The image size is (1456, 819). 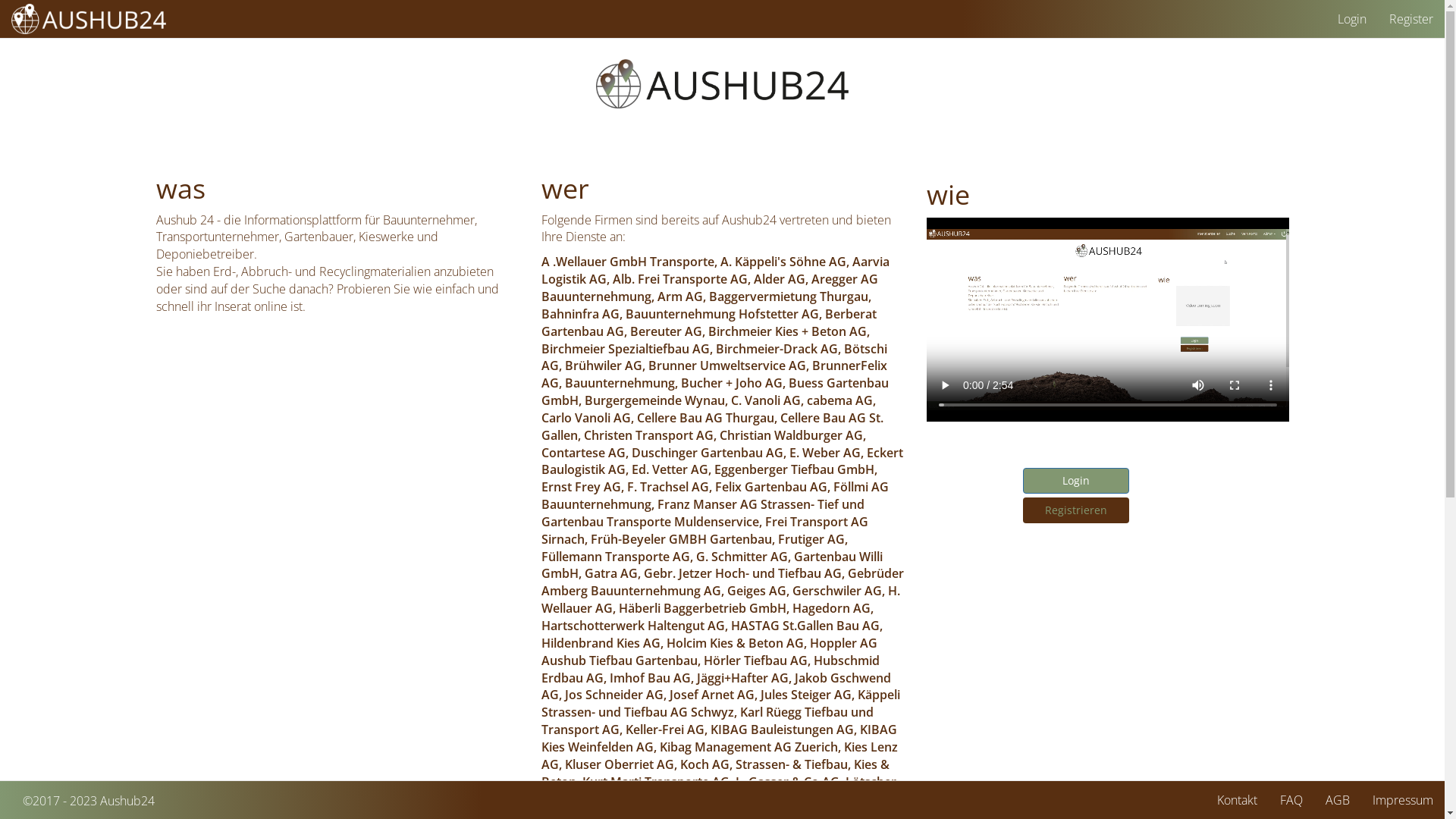 What do you see at coordinates (1410, 18) in the screenshot?
I see `'Register'` at bounding box center [1410, 18].